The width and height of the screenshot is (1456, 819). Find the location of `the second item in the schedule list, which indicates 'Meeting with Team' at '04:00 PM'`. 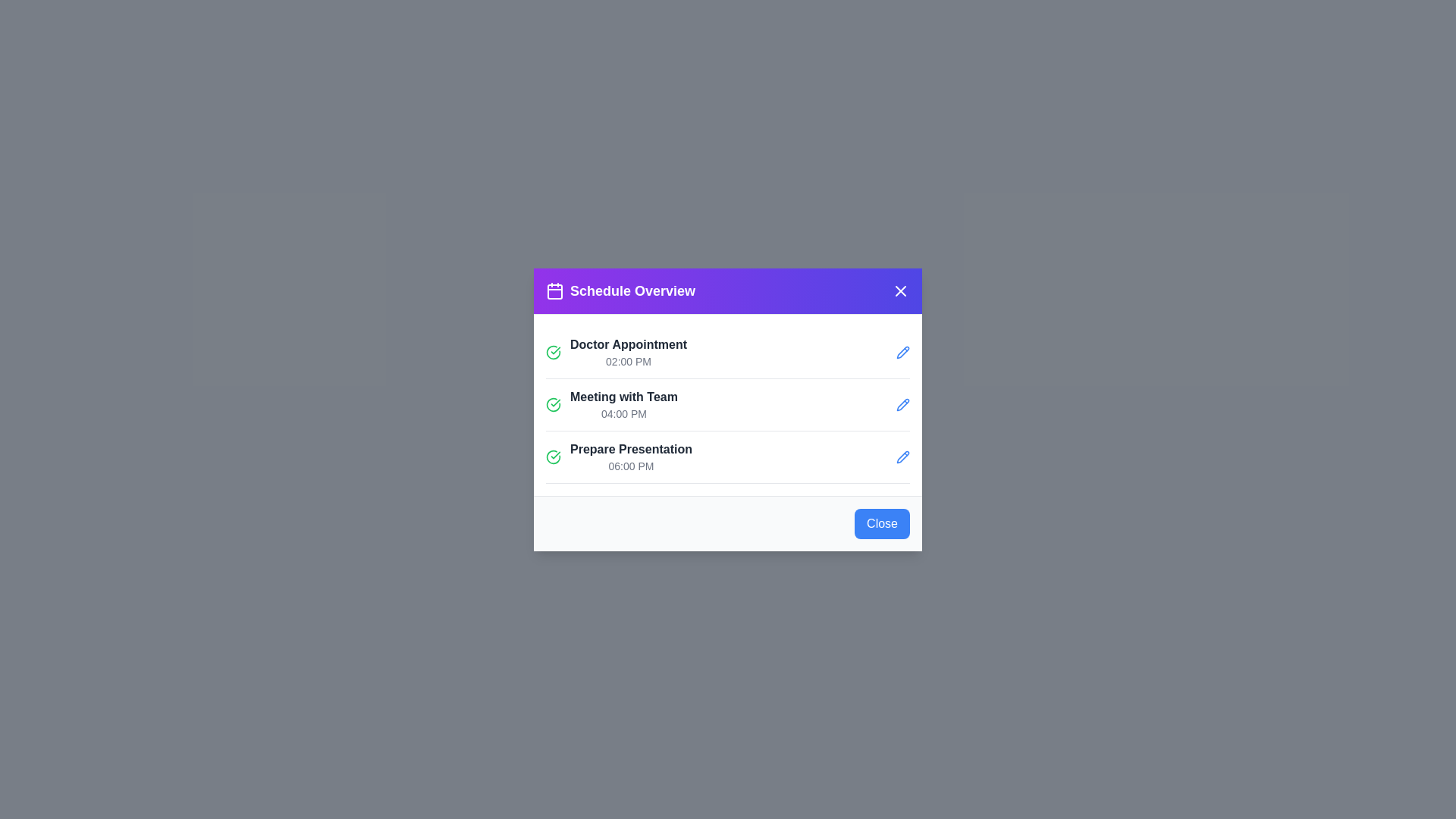

the second item in the schedule list, which indicates 'Meeting with Team' at '04:00 PM' is located at coordinates (728, 409).